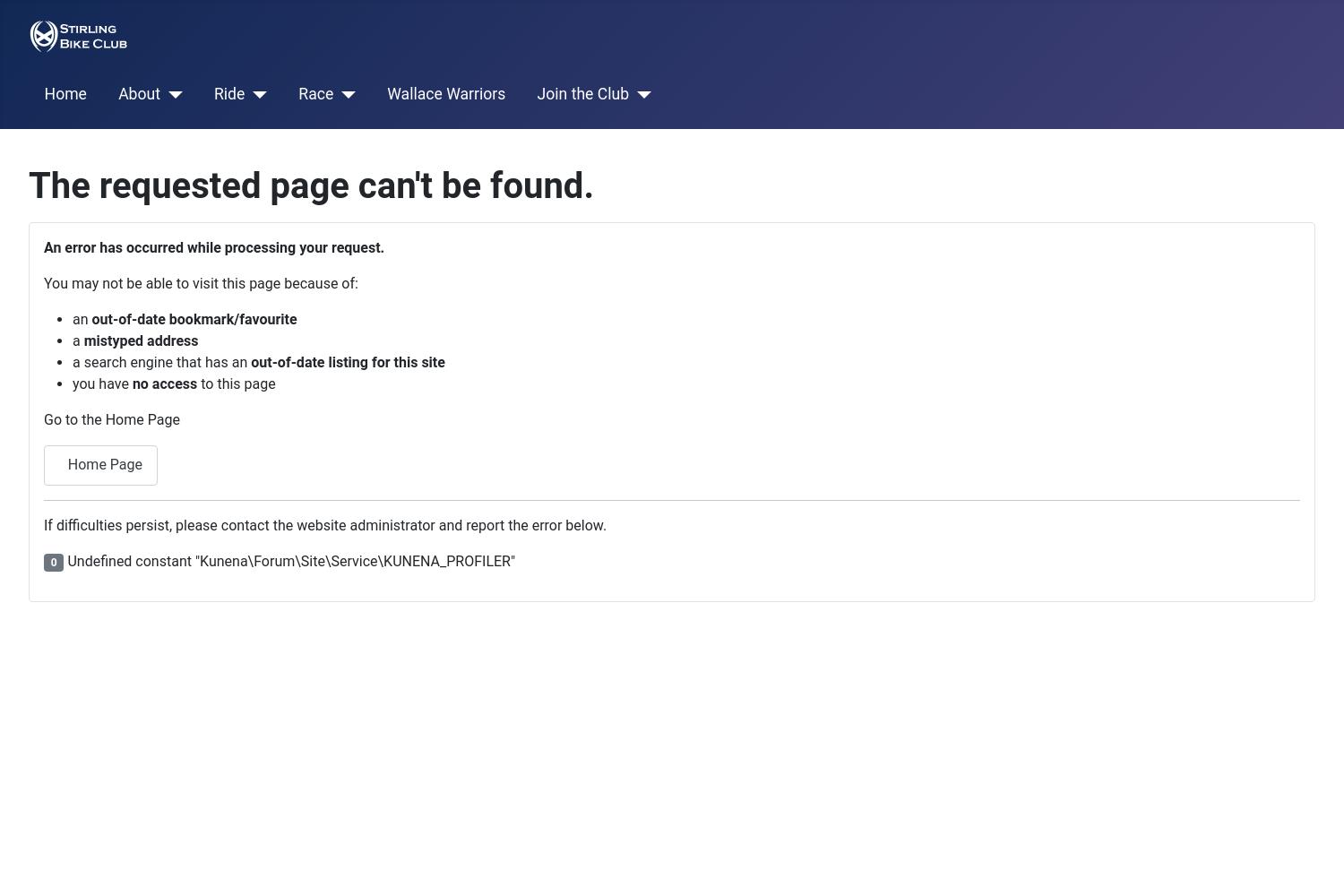 This screenshot has width=1344, height=896. Describe the element at coordinates (212, 246) in the screenshot. I see `'An error has occurred while processing your request.'` at that location.